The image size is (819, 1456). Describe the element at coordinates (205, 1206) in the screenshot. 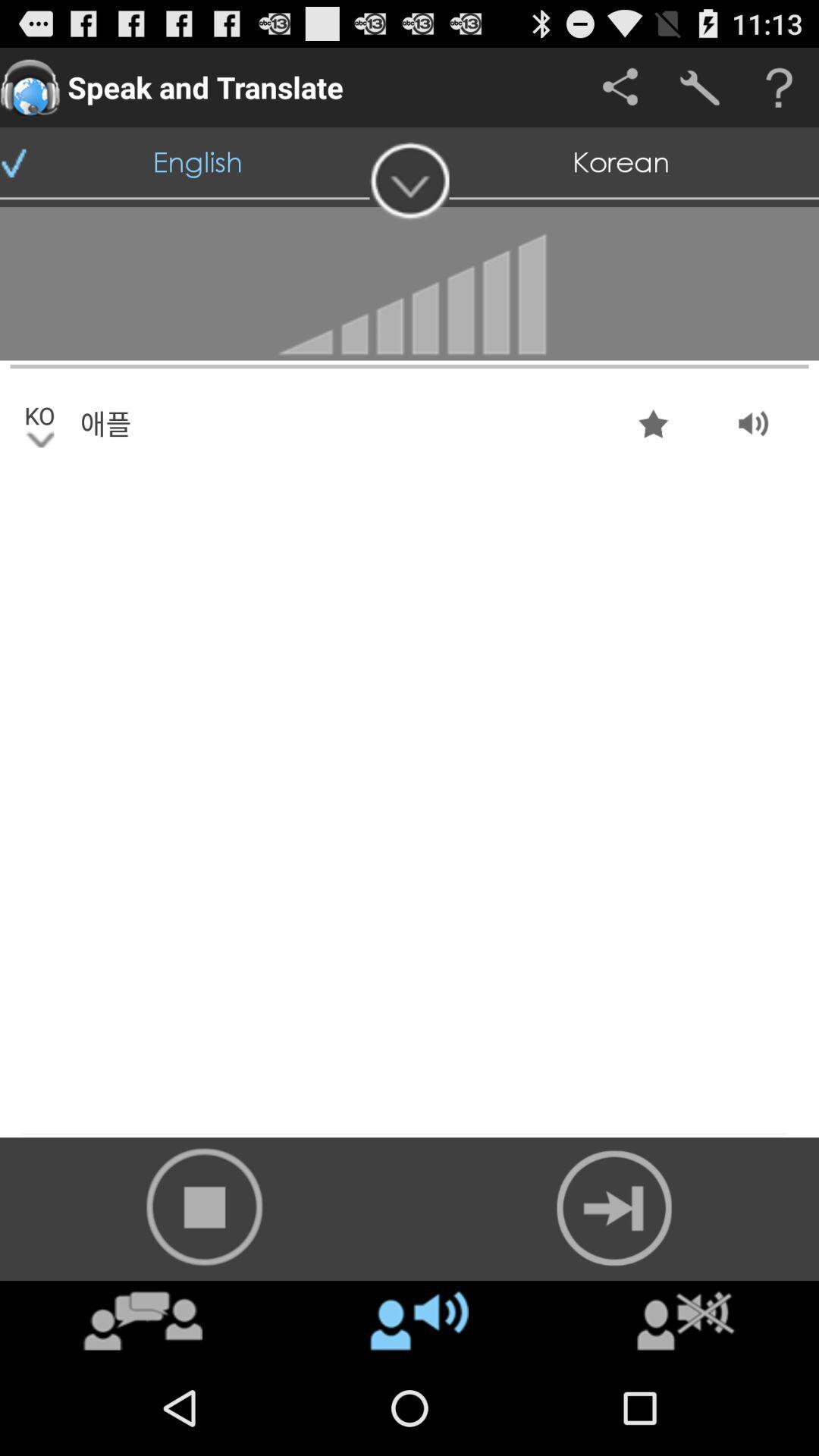

I see `stops recording for translation` at that location.